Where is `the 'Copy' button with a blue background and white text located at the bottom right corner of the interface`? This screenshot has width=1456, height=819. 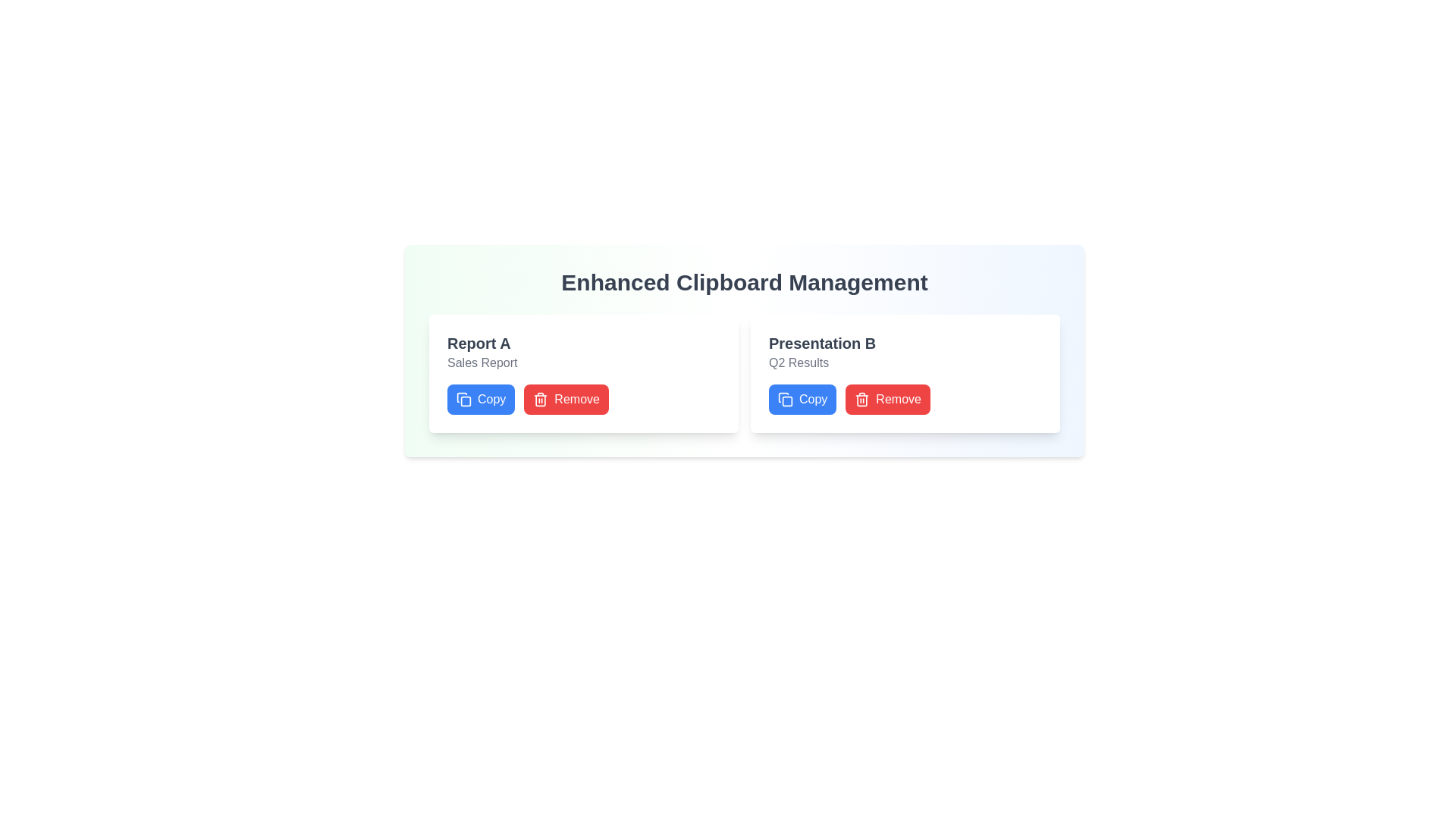
the 'Copy' button with a blue background and white text located at the bottom right corner of the interface is located at coordinates (802, 399).